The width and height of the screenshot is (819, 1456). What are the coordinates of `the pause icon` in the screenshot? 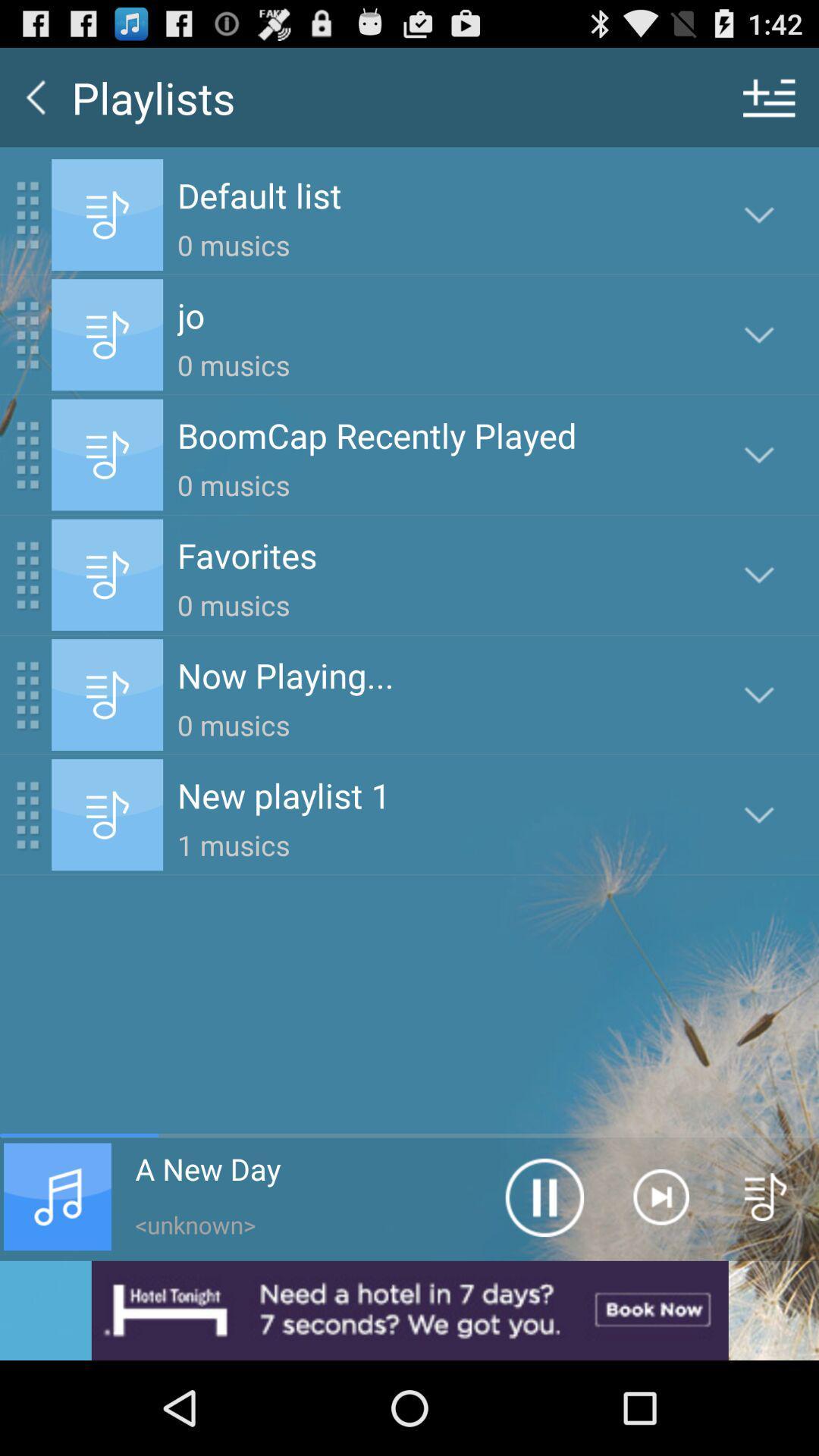 It's located at (543, 1280).